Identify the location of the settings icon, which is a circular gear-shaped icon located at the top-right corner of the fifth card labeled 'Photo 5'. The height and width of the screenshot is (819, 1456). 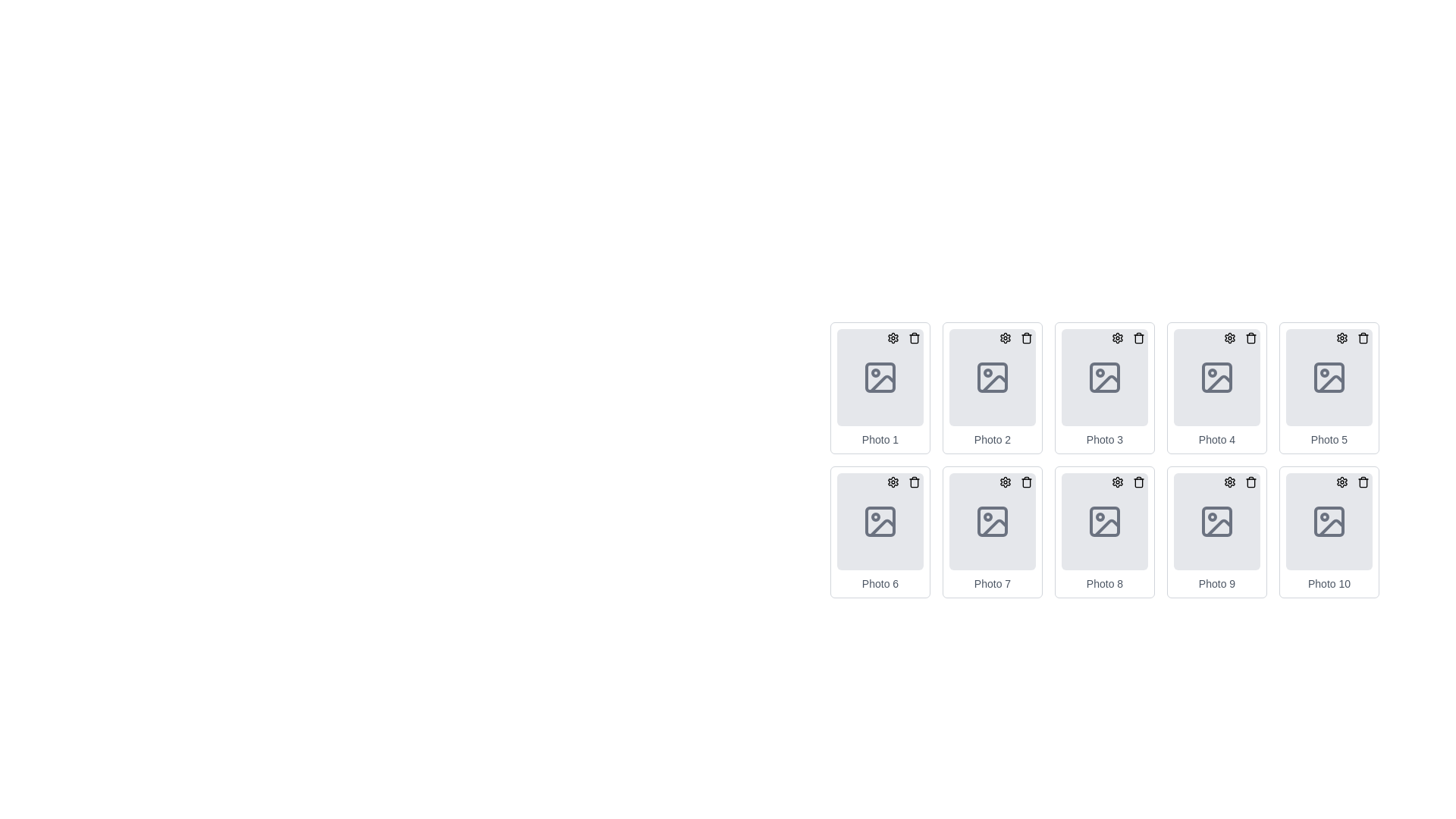
(1342, 337).